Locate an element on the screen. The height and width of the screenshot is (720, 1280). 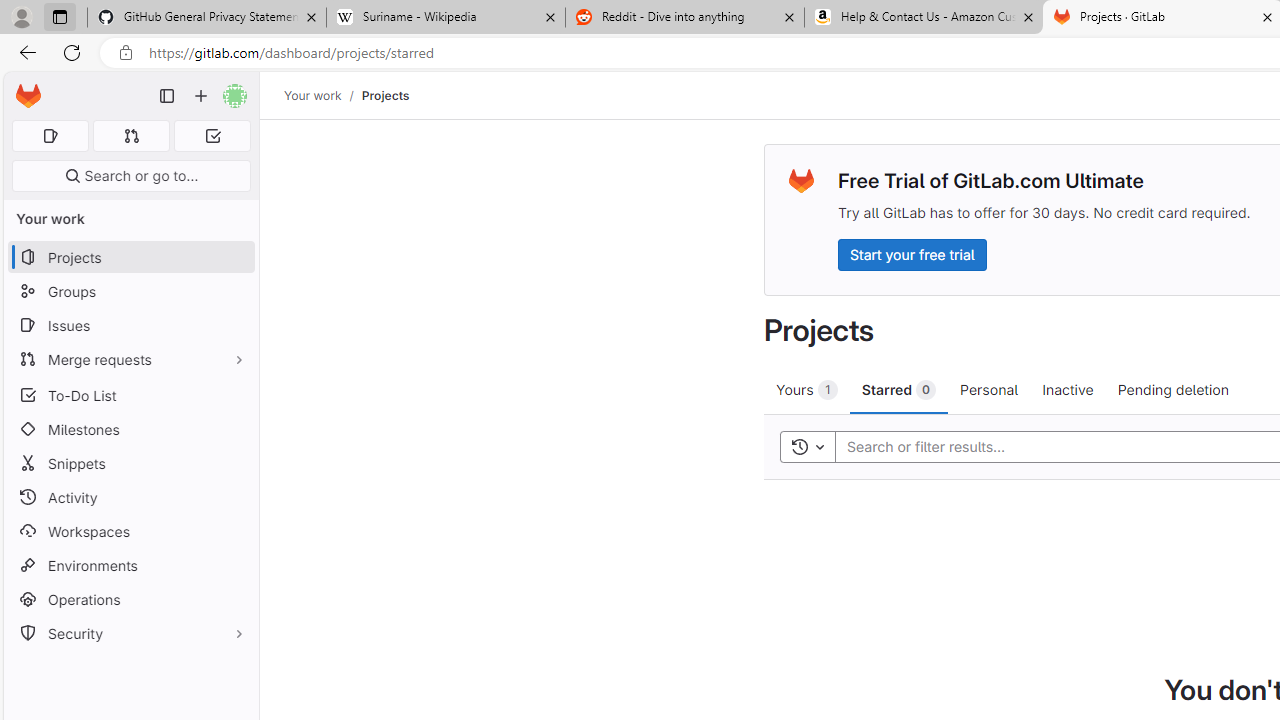
'Starred 0' is located at coordinates (897, 389).